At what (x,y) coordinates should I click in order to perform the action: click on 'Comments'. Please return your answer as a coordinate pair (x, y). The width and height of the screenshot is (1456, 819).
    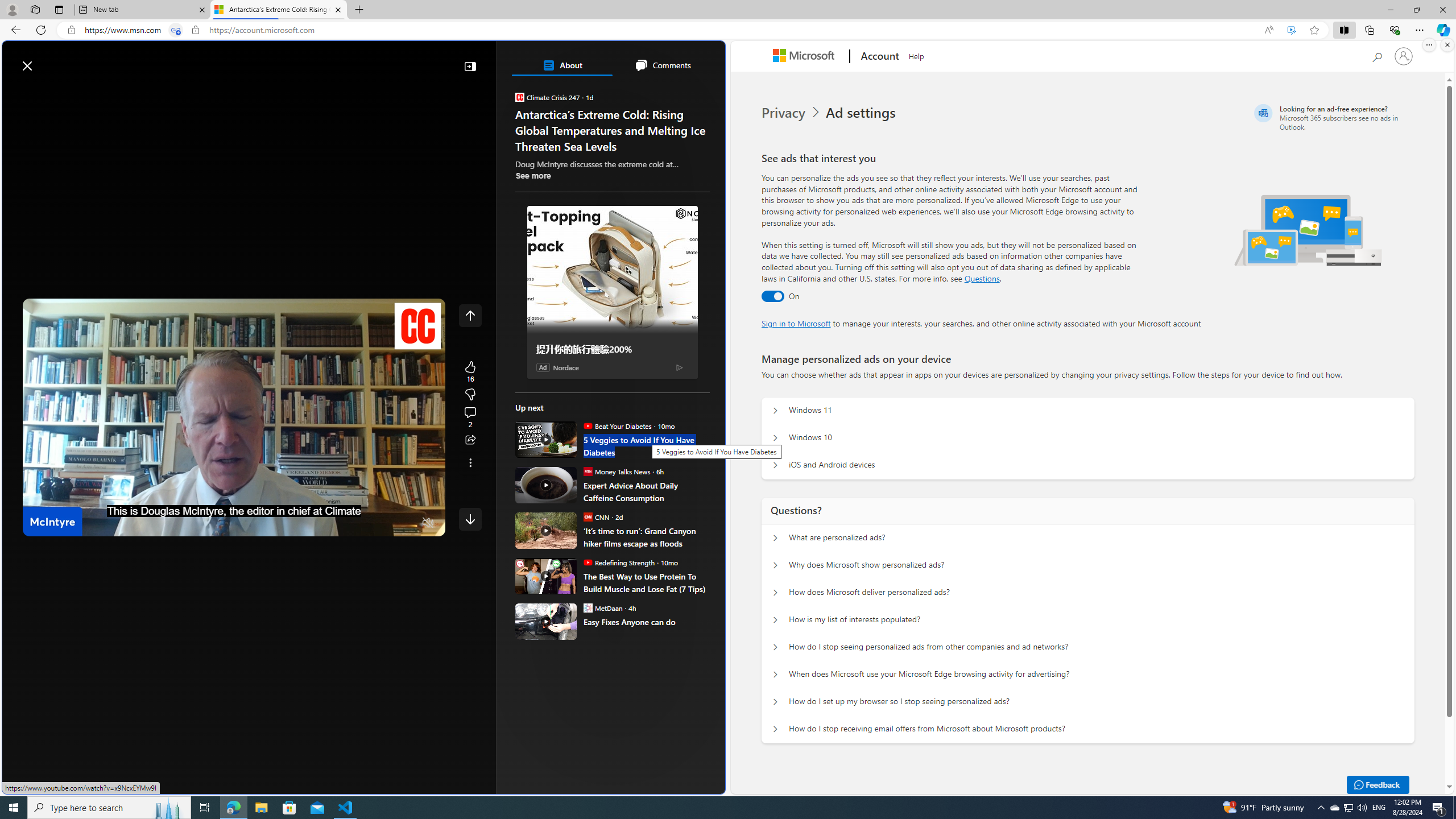
    Looking at the image, I should click on (661, 65).